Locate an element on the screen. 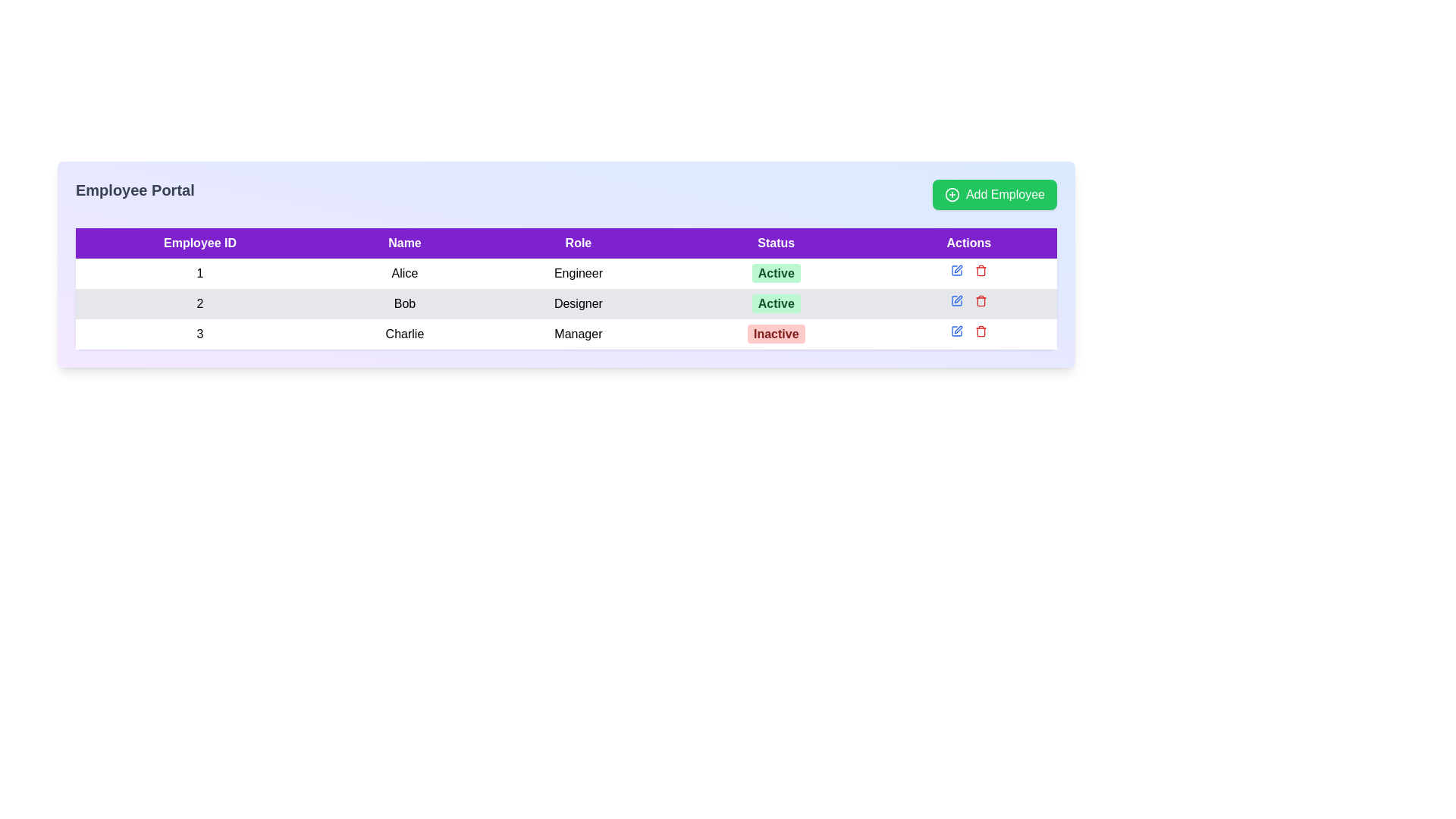  the third row in the employee management table displaying details about employee 'Charlie' is located at coordinates (566, 333).